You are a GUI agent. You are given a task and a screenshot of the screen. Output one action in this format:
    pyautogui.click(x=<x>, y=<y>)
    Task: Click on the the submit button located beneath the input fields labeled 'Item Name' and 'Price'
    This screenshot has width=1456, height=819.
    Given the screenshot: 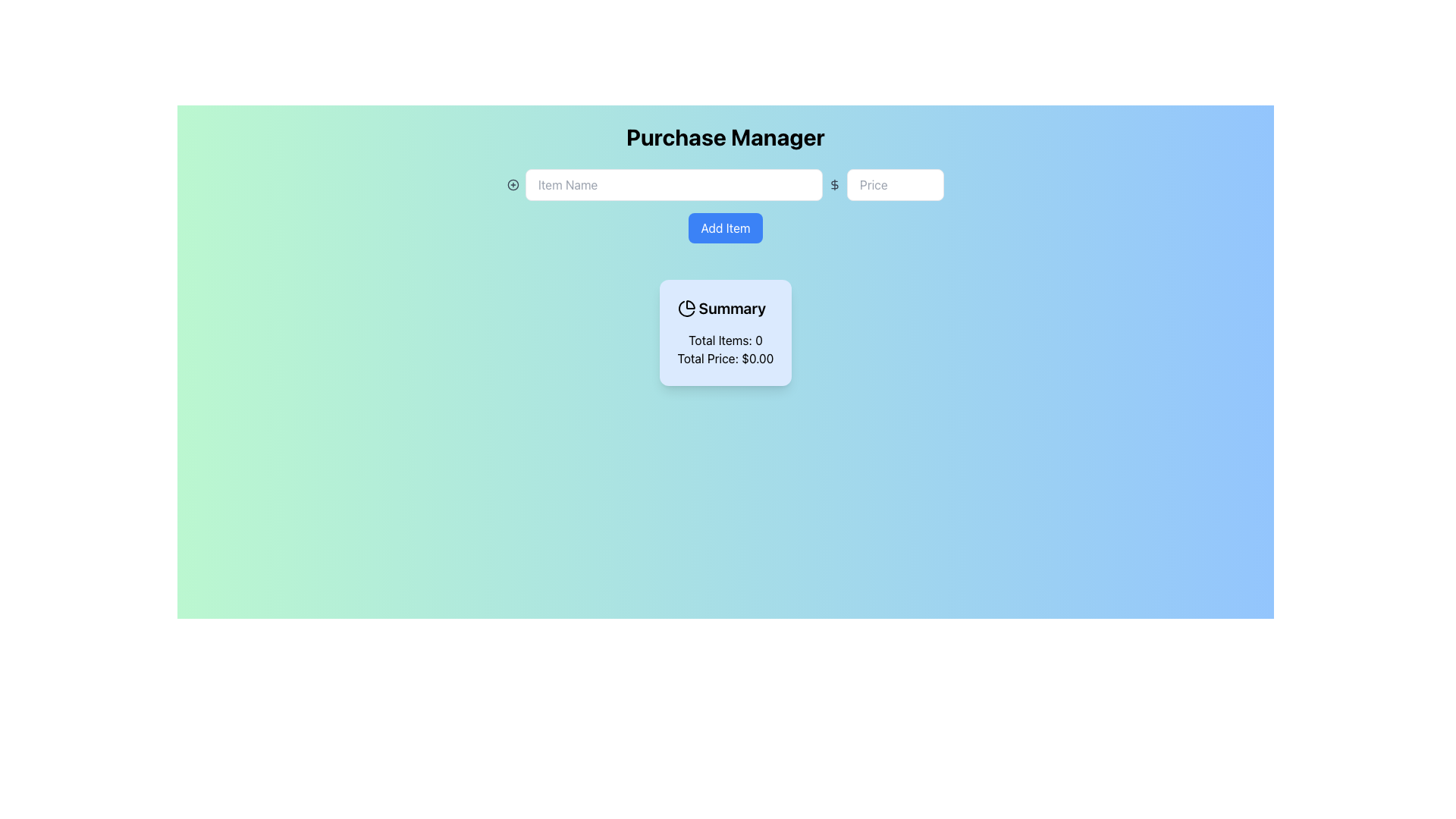 What is the action you would take?
    pyautogui.click(x=724, y=212)
    